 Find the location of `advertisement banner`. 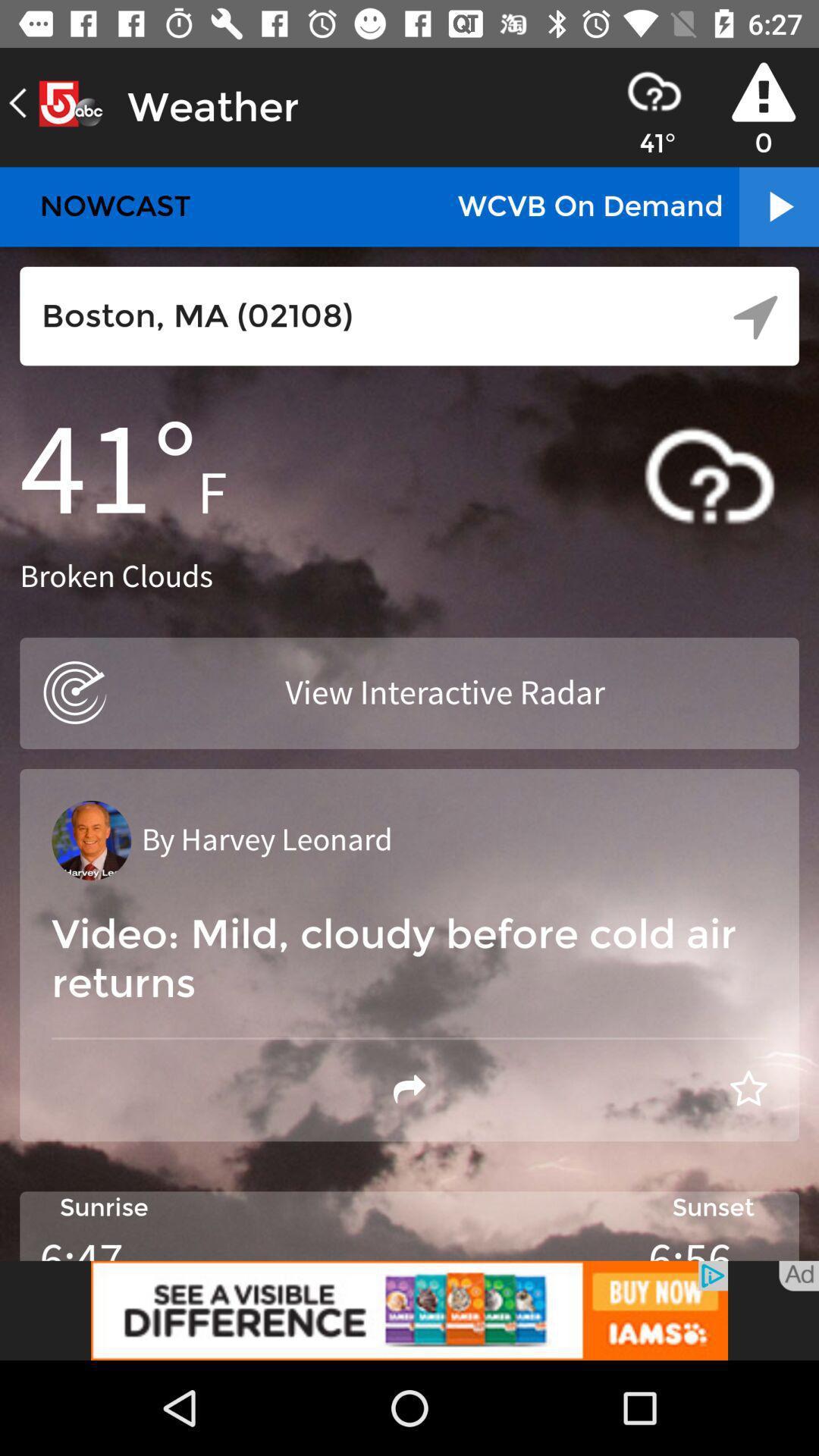

advertisement banner is located at coordinates (409, 1310).